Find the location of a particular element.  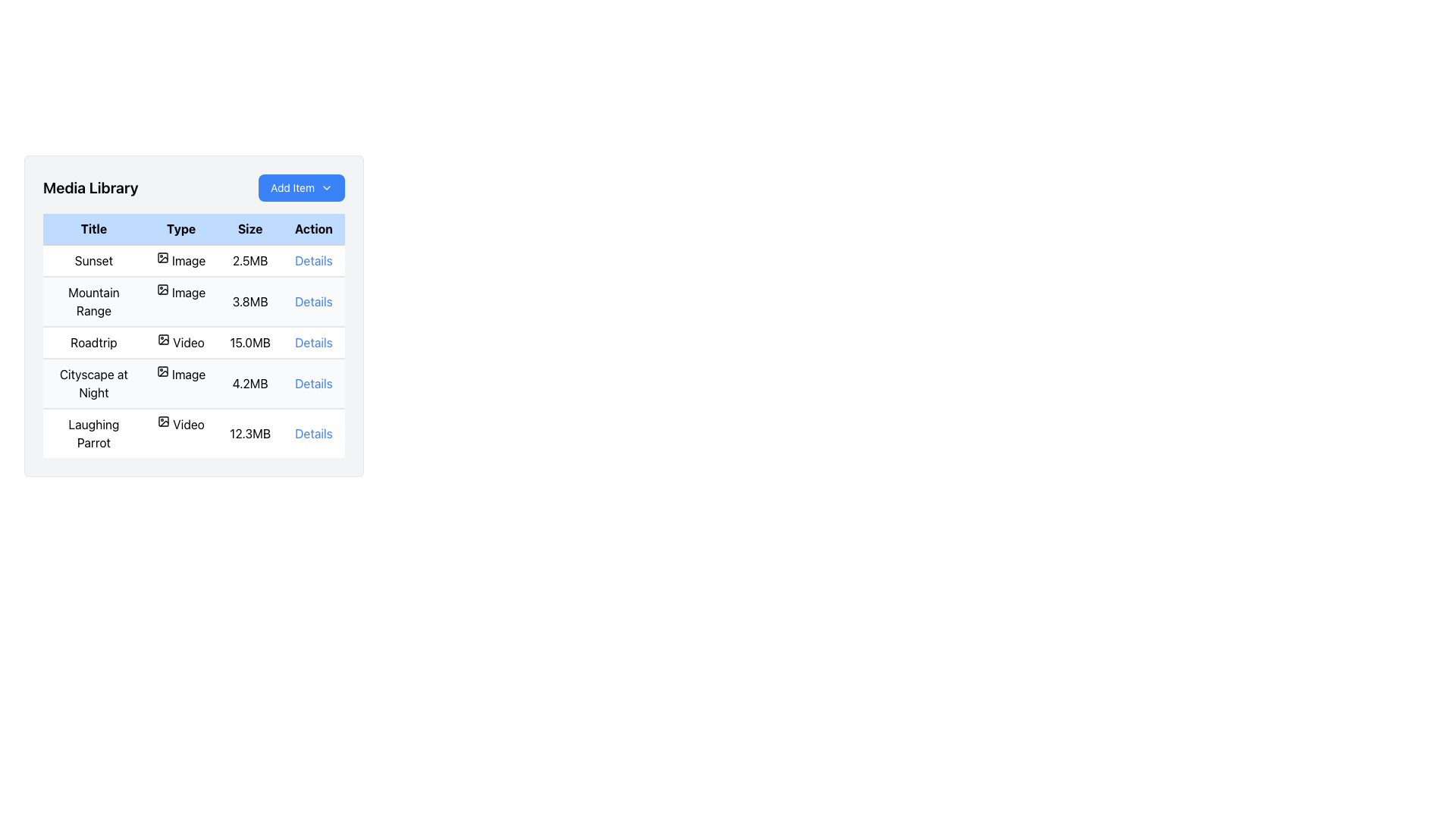

the 'Details' hyperlink styled with blue text and an underline, located in the Action column of the table corresponding to the 'Sunset' entry is located at coordinates (312, 259).